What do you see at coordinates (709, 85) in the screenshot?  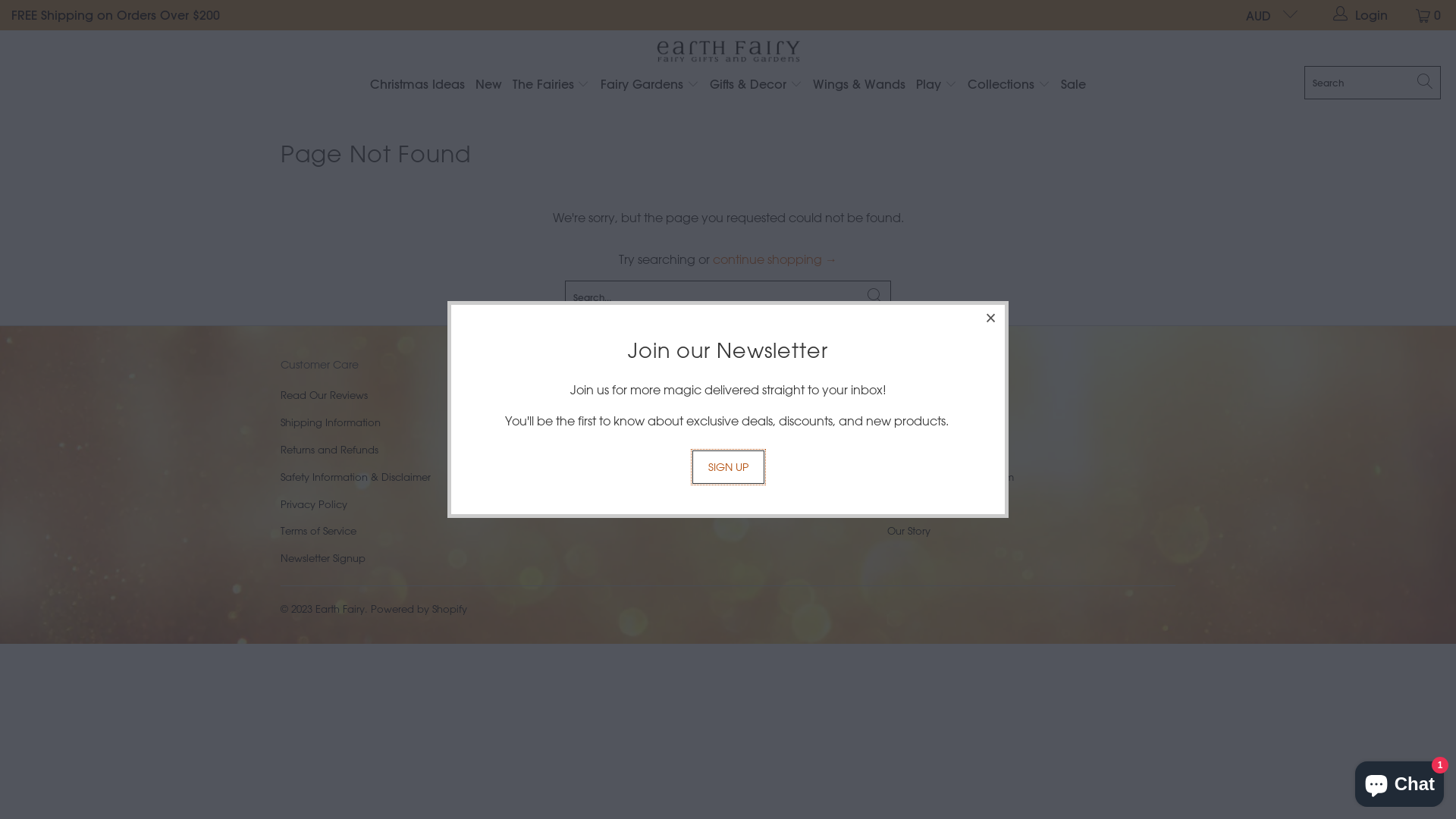 I see `'Gifts & Decor'` at bounding box center [709, 85].